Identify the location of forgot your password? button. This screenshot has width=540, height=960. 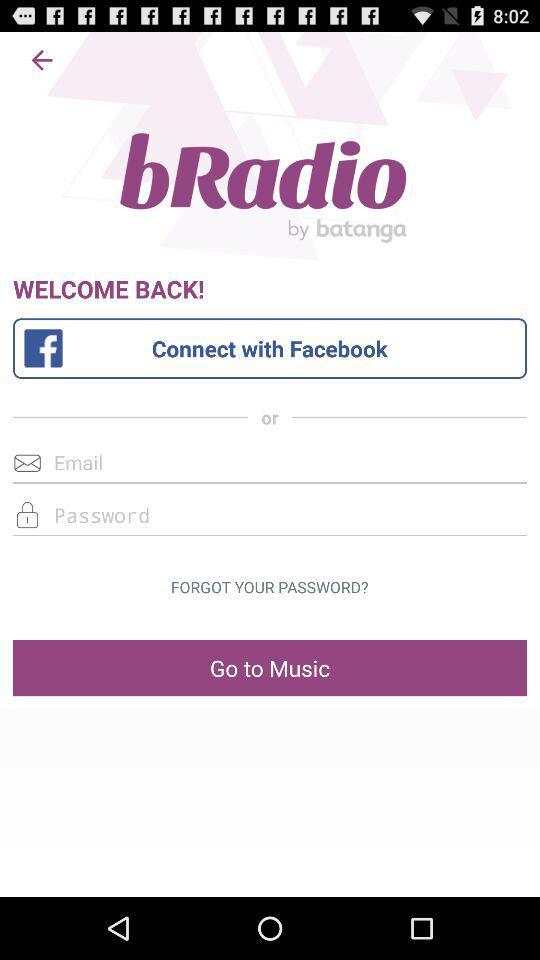
(269, 587).